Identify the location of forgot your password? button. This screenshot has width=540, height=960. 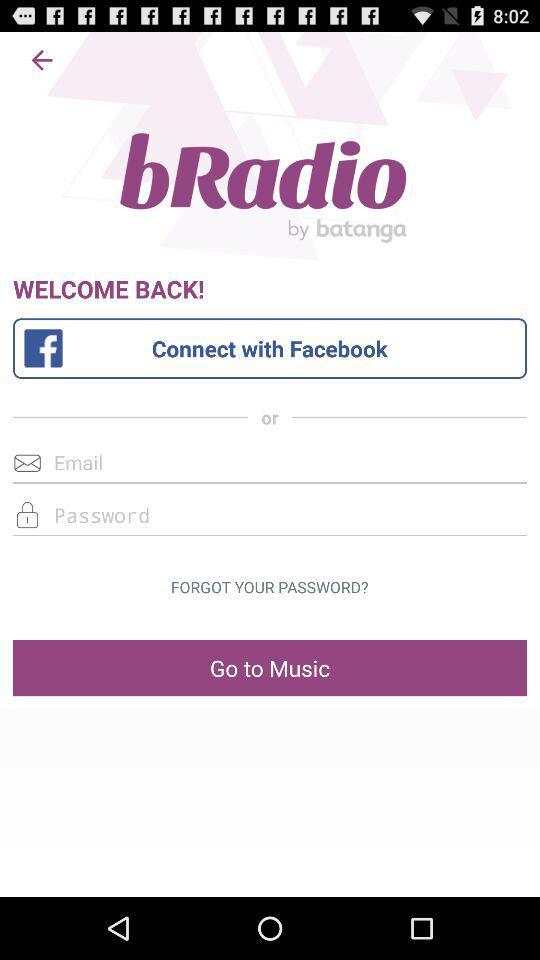
(269, 587).